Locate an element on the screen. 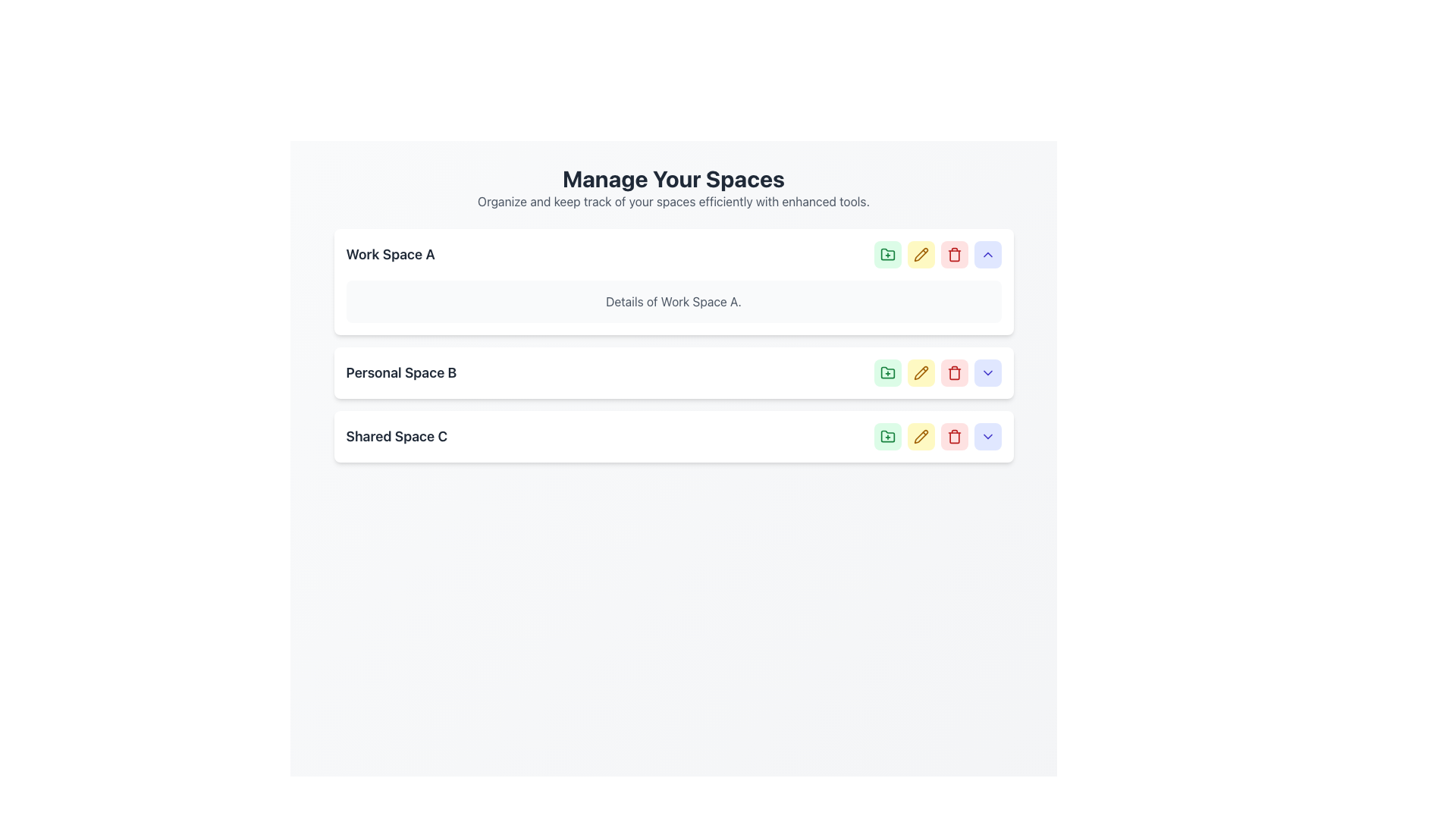 Image resolution: width=1456 pixels, height=819 pixels. the fourth button in a horizontal row that deletes the associated 'Shared Space C' is located at coordinates (953, 436).